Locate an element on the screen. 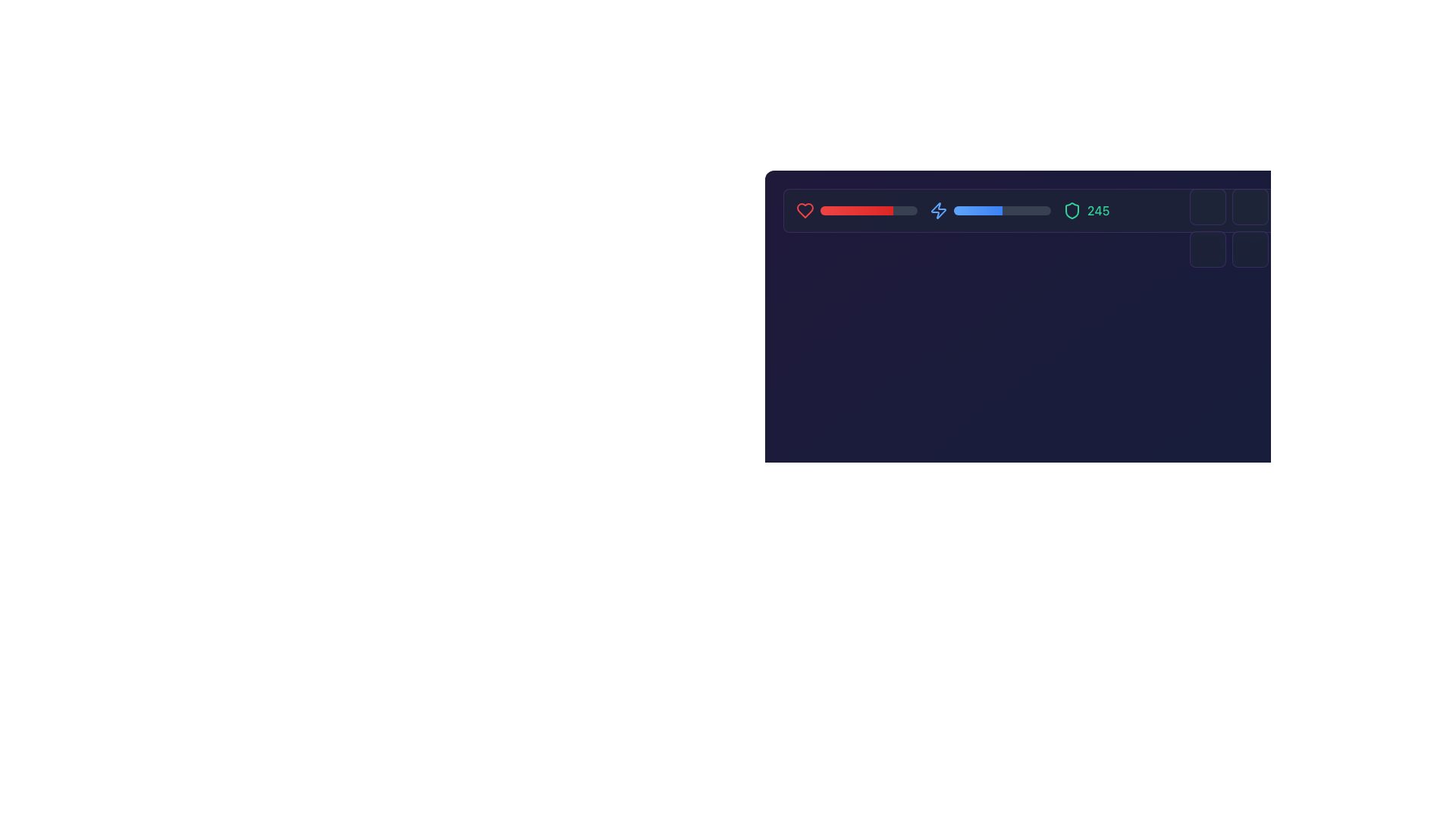 This screenshot has height=819, width=1456. displayed number '245' from the text label element, which is vibrant emerald green and positioned to the right of an emerald green shield icon is located at coordinates (1098, 210).